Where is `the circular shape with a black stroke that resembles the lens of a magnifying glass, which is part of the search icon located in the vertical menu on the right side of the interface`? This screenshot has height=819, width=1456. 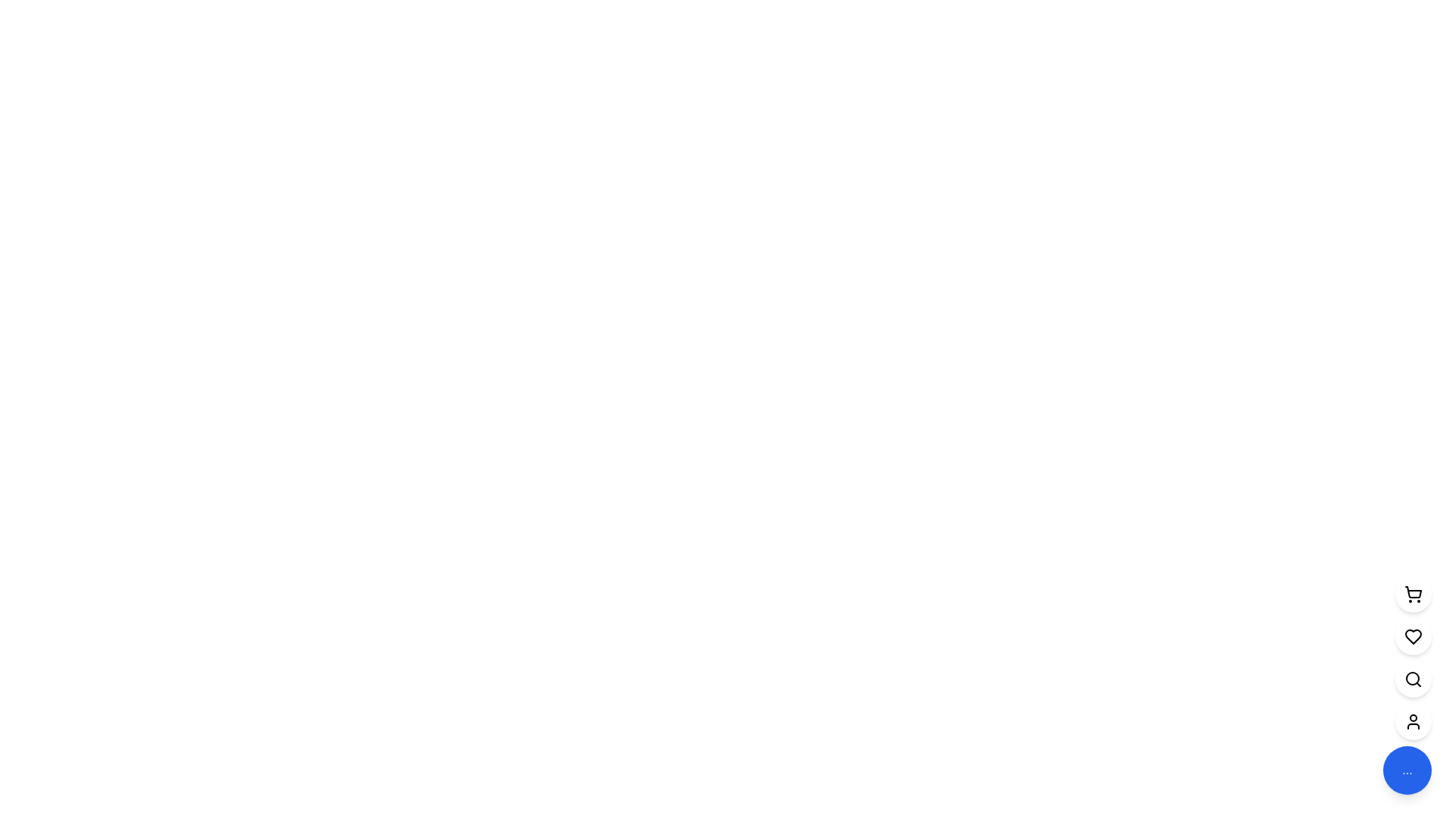 the circular shape with a black stroke that resembles the lens of a magnifying glass, which is part of the search icon located in the vertical menu on the right side of the interface is located at coordinates (1411, 677).